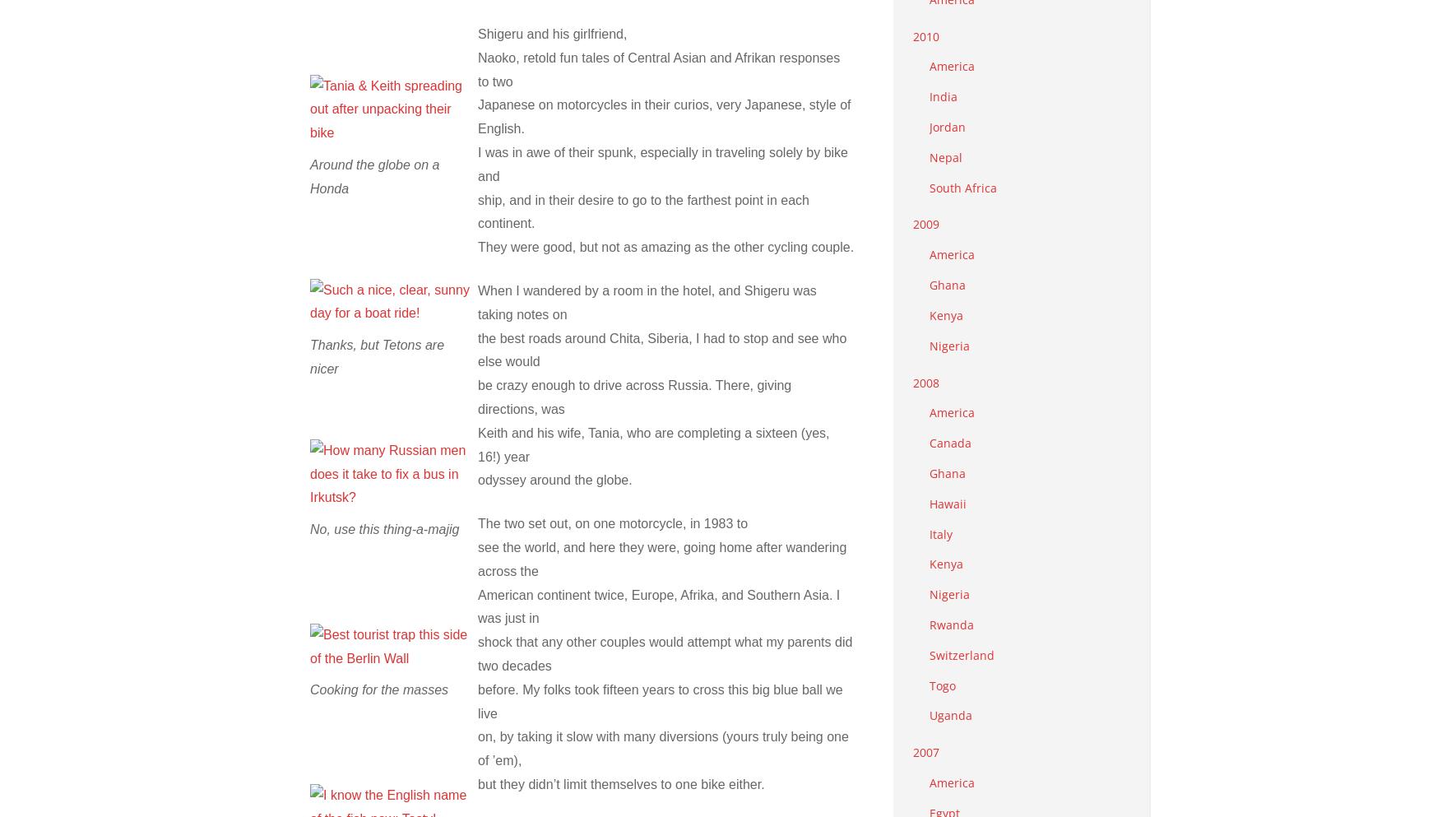  Describe the element at coordinates (962, 653) in the screenshot. I see `'Switzerland'` at that location.